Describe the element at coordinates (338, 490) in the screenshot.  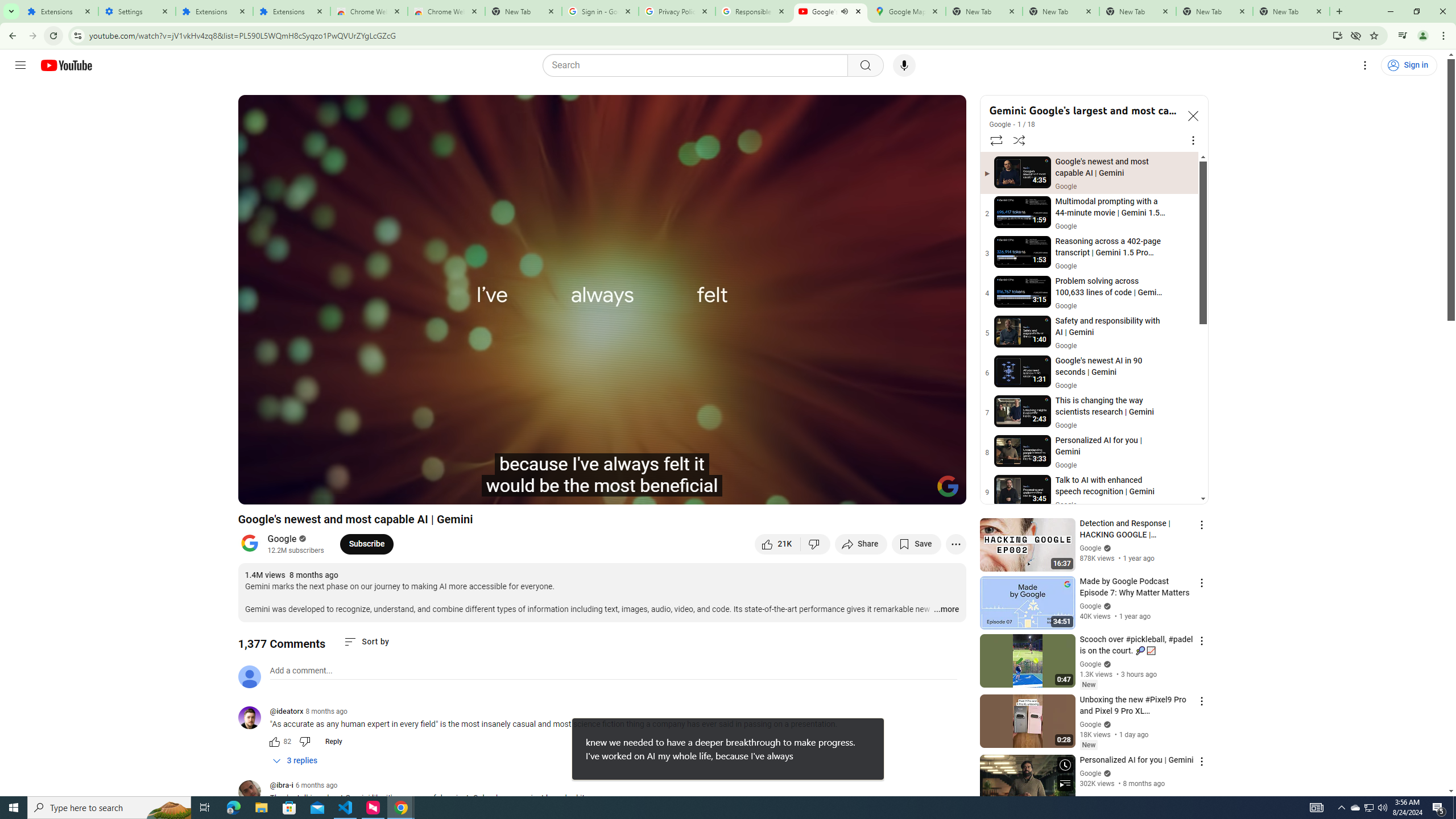
I see `'Mute (m)'` at that location.